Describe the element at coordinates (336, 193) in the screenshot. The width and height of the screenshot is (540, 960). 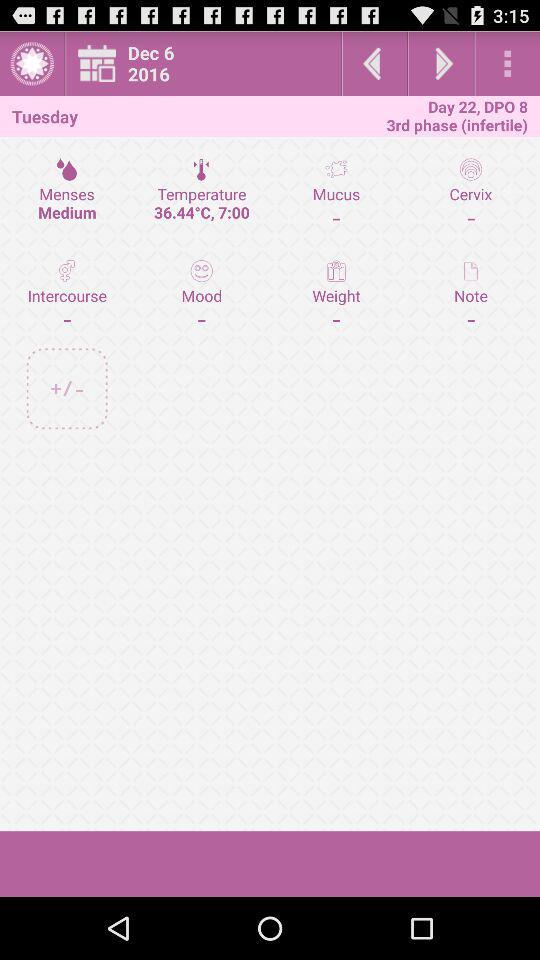
I see `mucus` at that location.